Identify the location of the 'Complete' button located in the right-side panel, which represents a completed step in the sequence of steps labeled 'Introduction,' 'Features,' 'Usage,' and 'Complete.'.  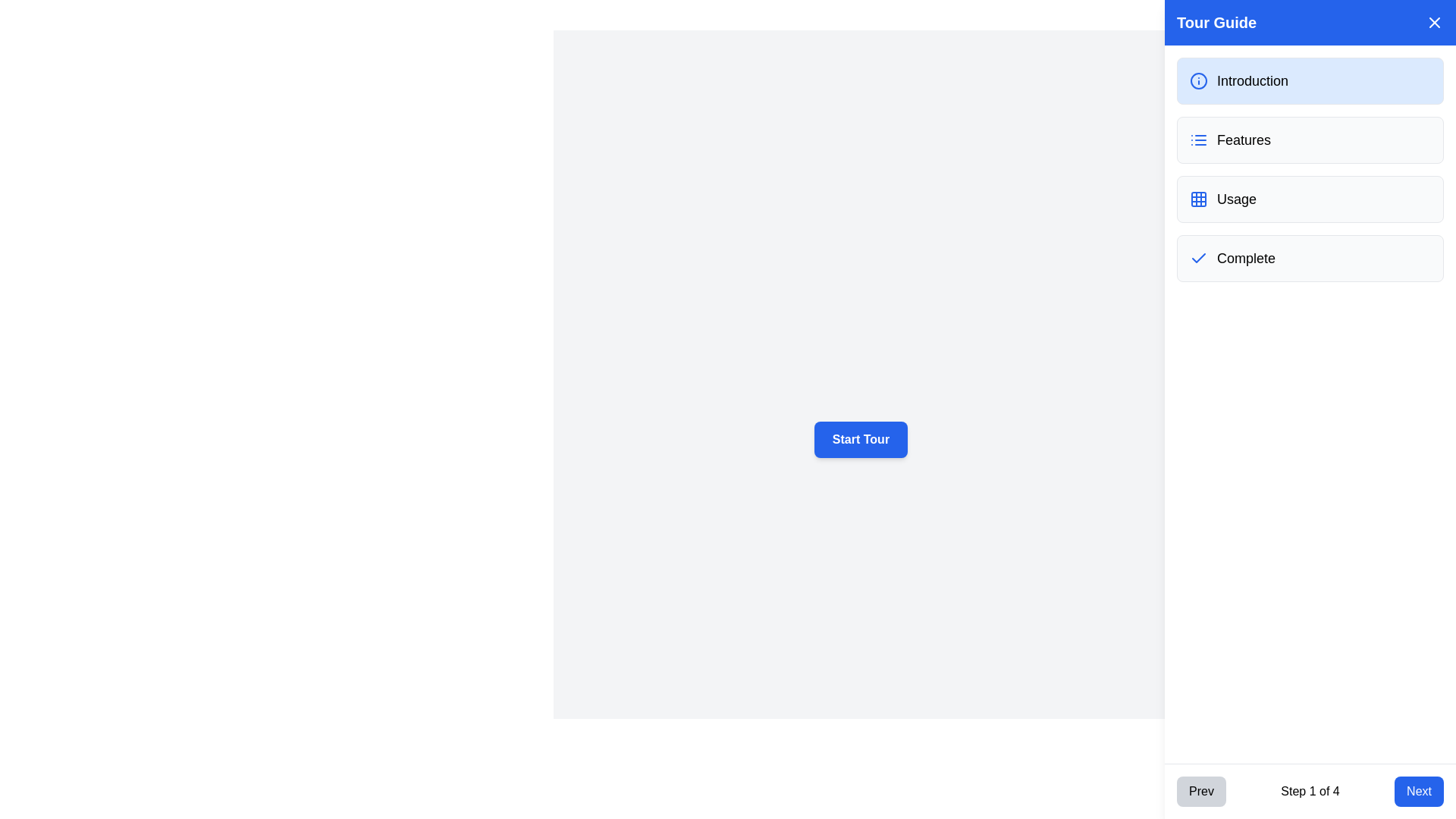
(1310, 257).